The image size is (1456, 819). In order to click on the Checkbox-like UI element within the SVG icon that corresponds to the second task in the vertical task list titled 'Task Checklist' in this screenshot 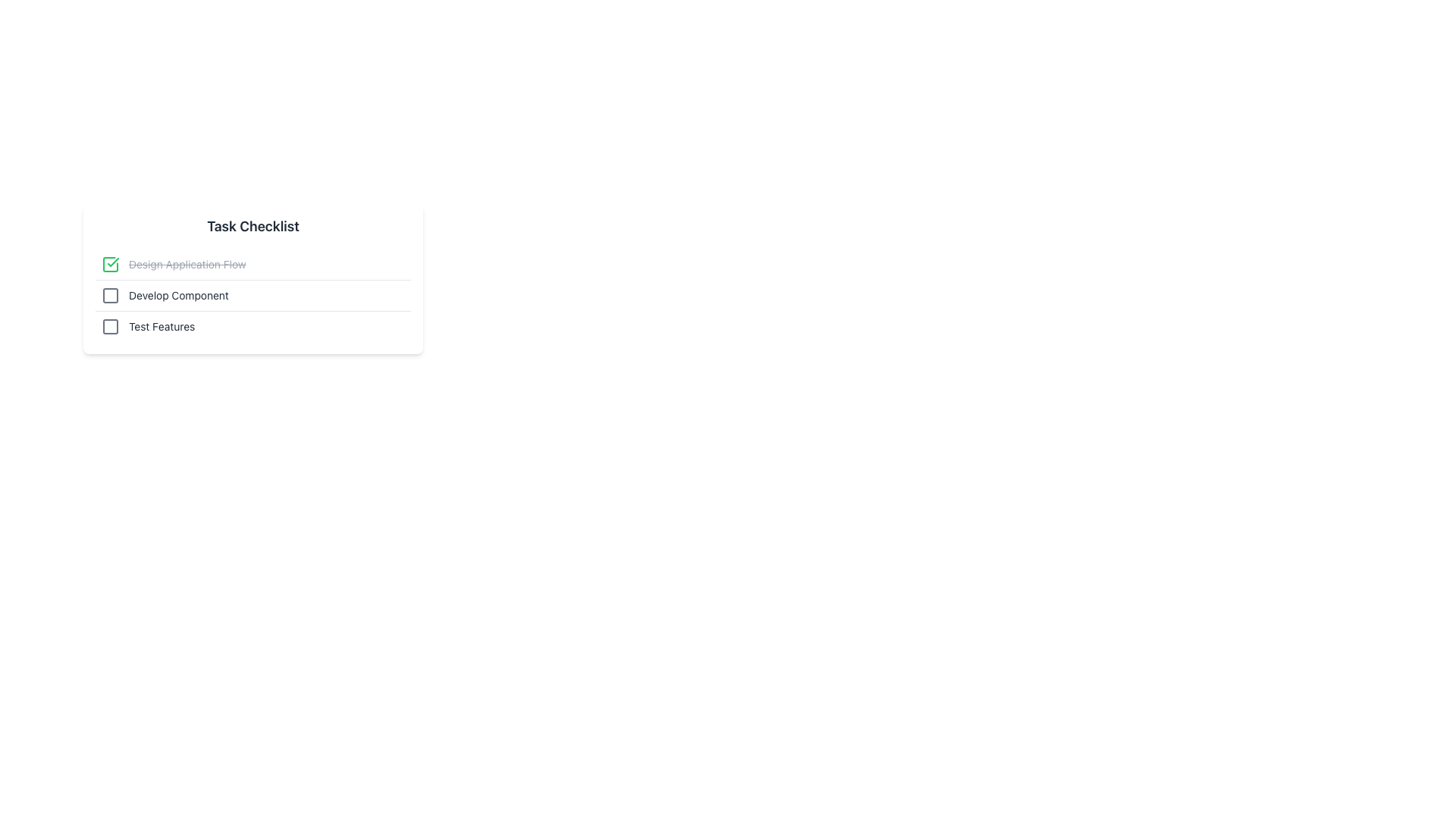, I will do `click(109, 295)`.